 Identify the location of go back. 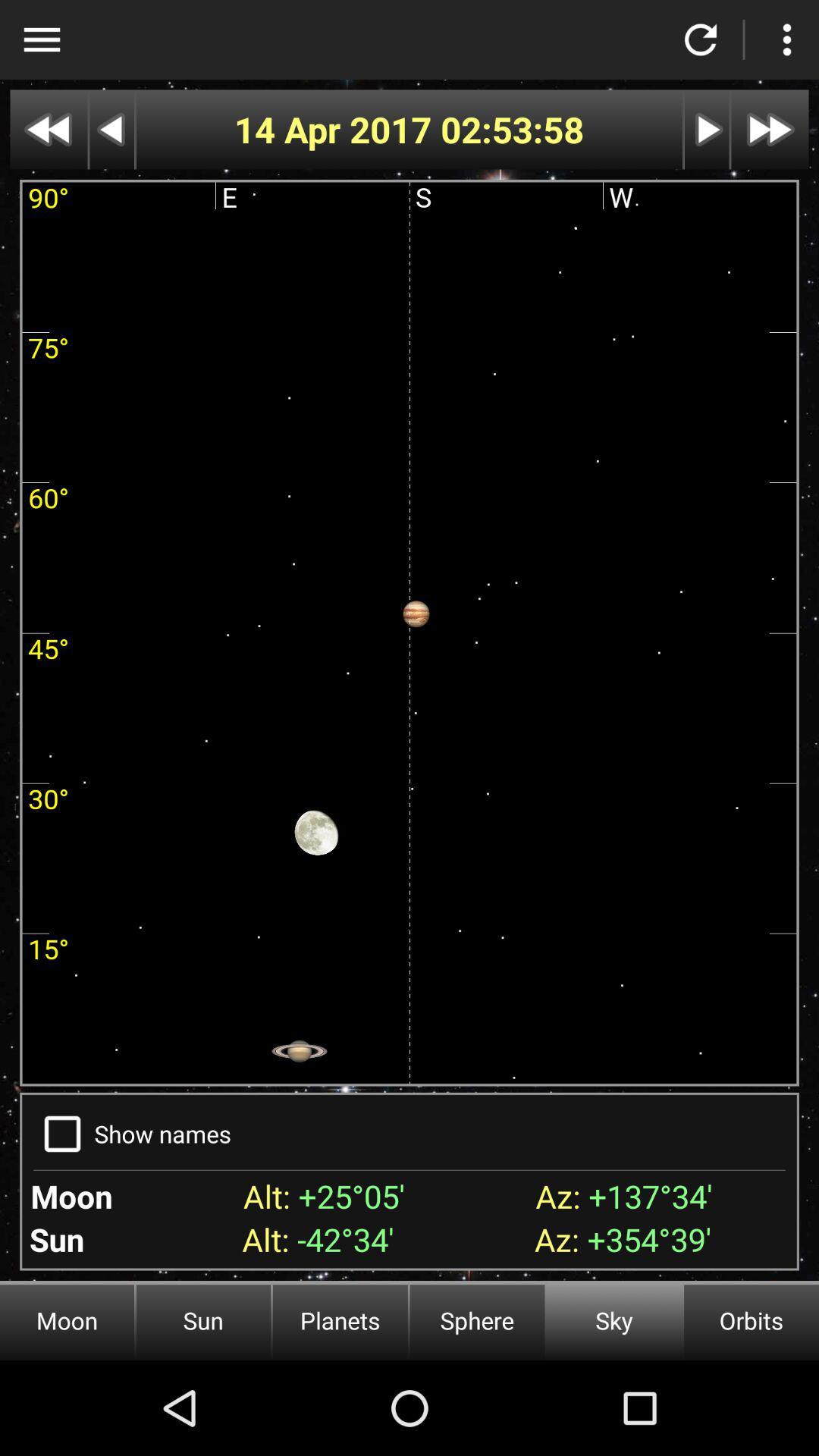
(48, 130).